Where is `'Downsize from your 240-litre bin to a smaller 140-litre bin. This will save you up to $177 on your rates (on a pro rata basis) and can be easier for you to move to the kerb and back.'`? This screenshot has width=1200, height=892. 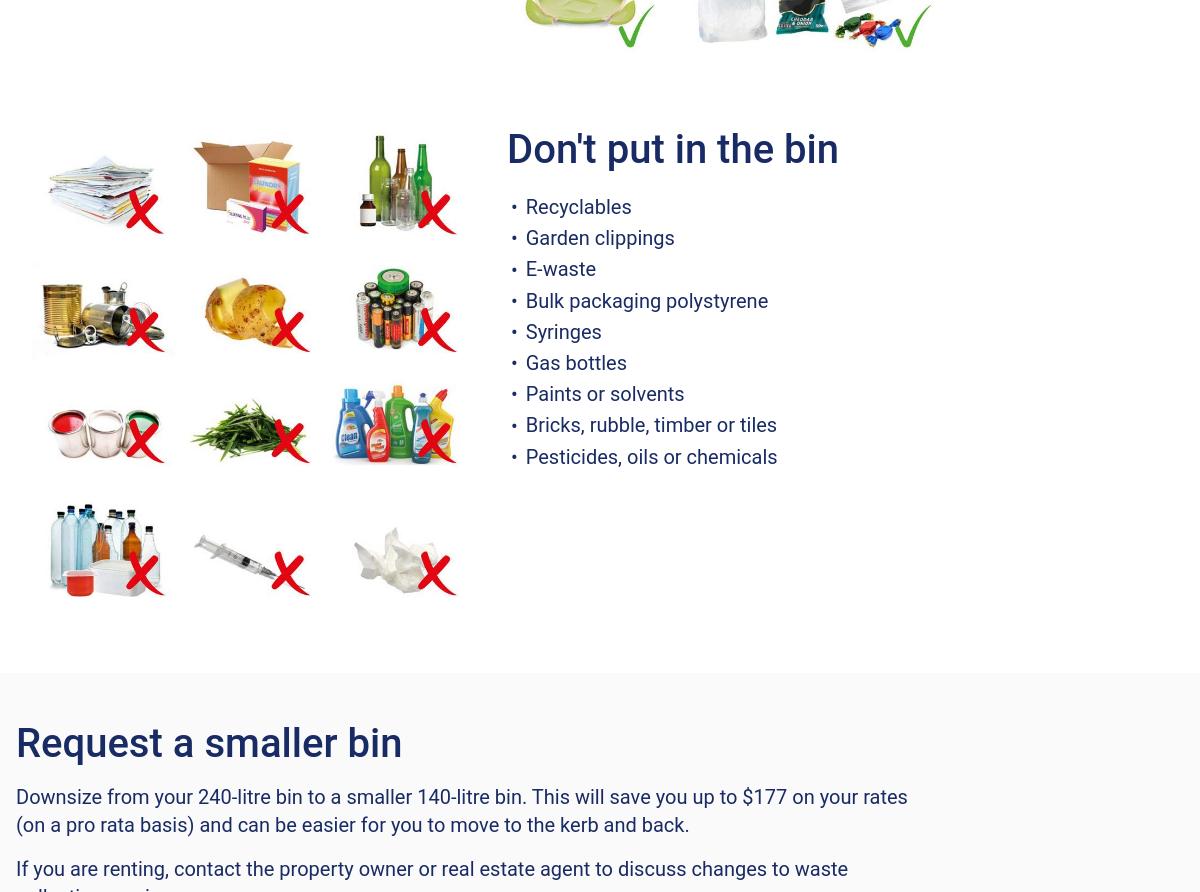 'Downsize from your 240-litre bin to a smaller 140-litre bin. This will save you up to $177 on your rates (on a pro rata basis) and can be easier for you to move to the kerb and back.' is located at coordinates (460, 809).